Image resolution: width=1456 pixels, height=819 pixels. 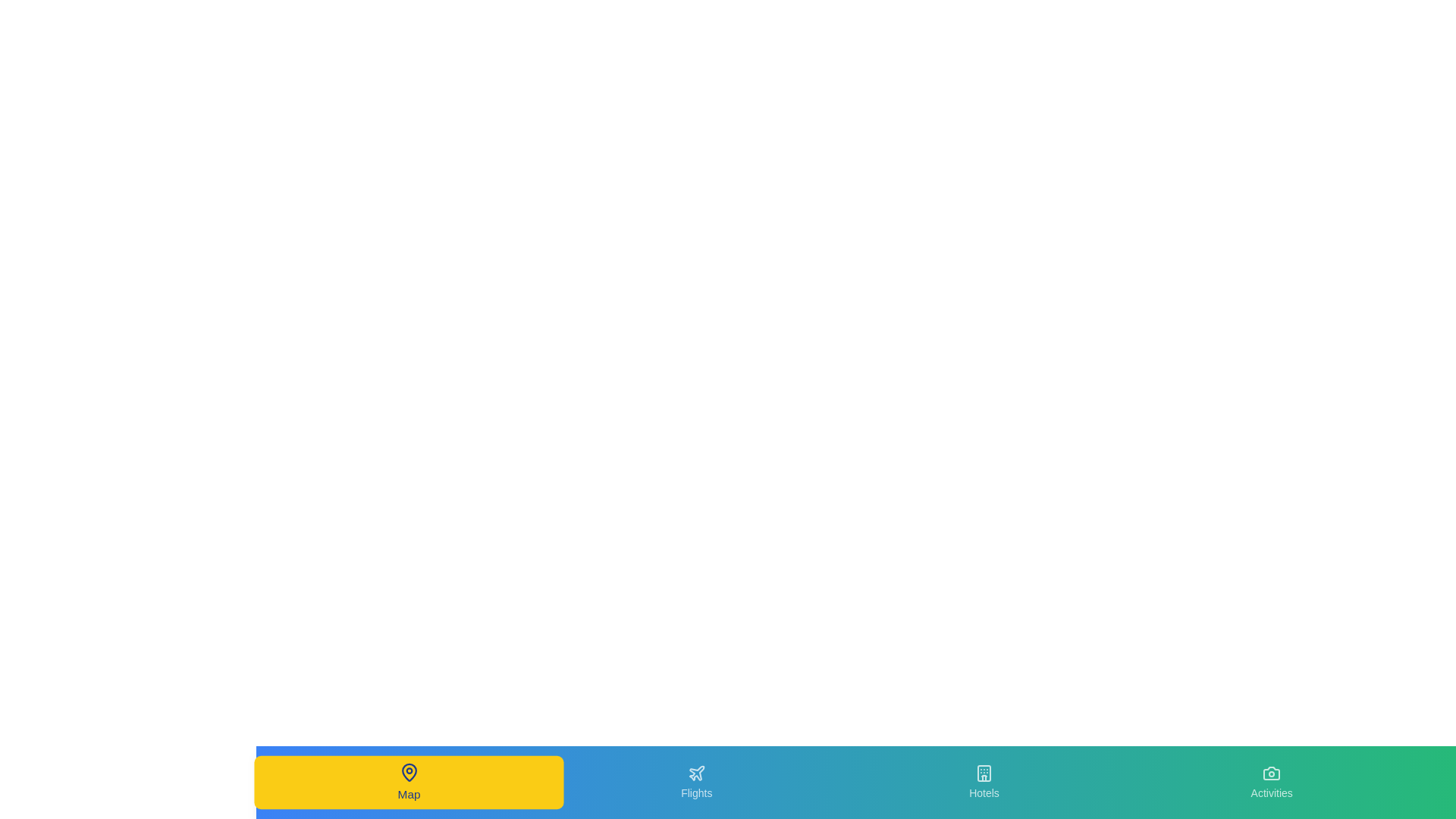 What do you see at coordinates (984, 783) in the screenshot?
I see `the Hotels navigation tab to change the view` at bounding box center [984, 783].